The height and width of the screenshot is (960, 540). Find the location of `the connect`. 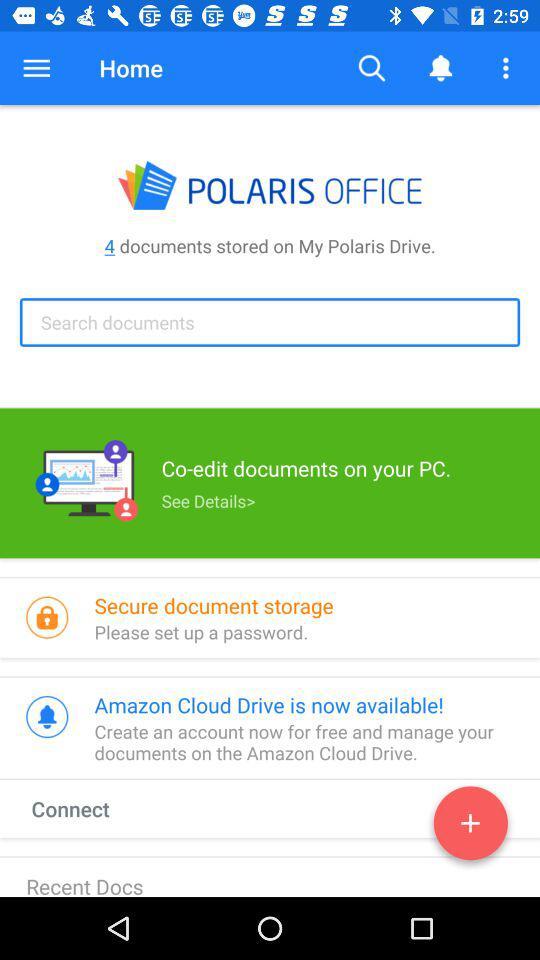

the connect is located at coordinates (88, 808).